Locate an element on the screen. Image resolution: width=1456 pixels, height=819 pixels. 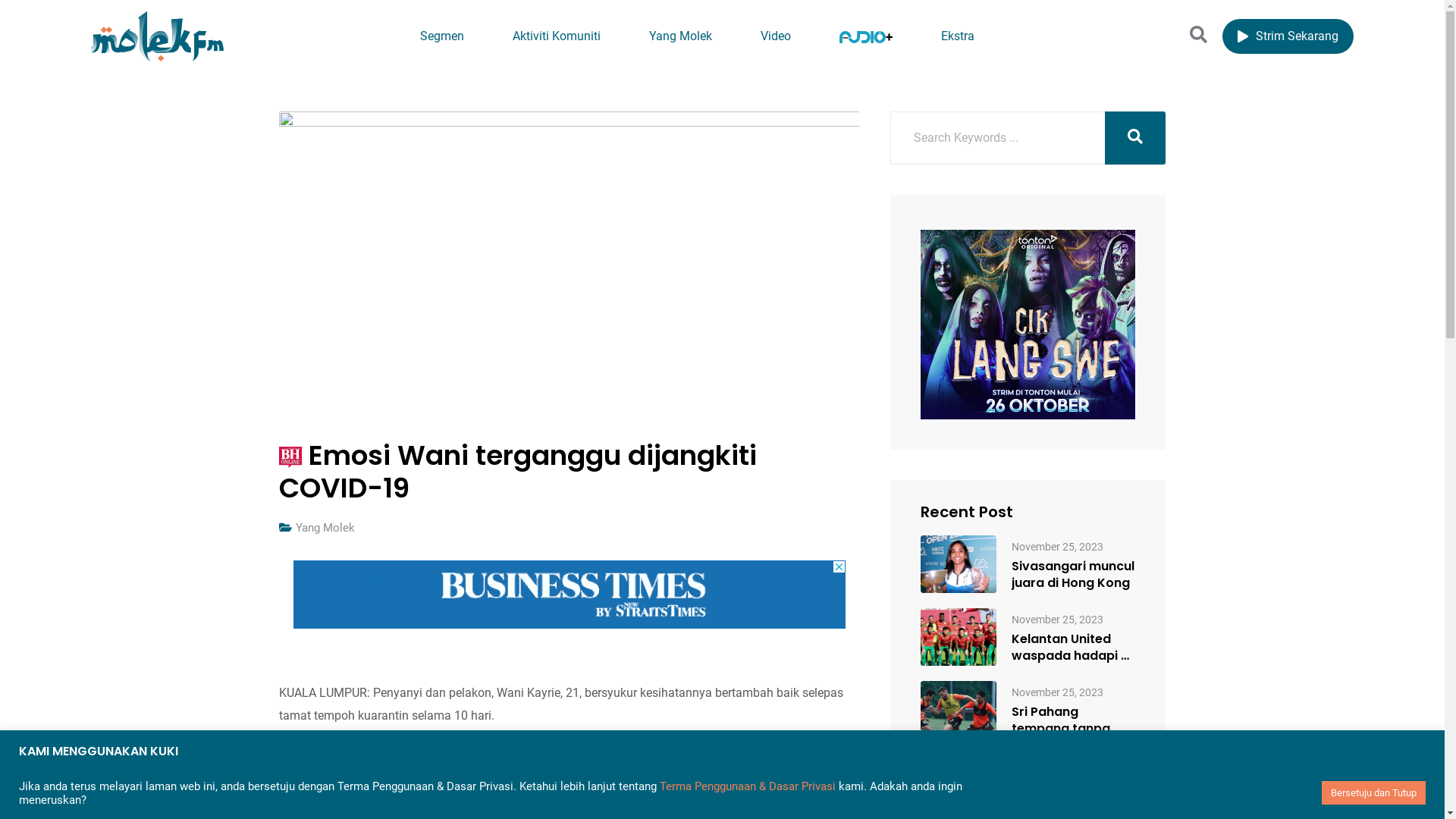
'Sri Pahang tempang tanpa lima tonggak' is located at coordinates (1012, 719).